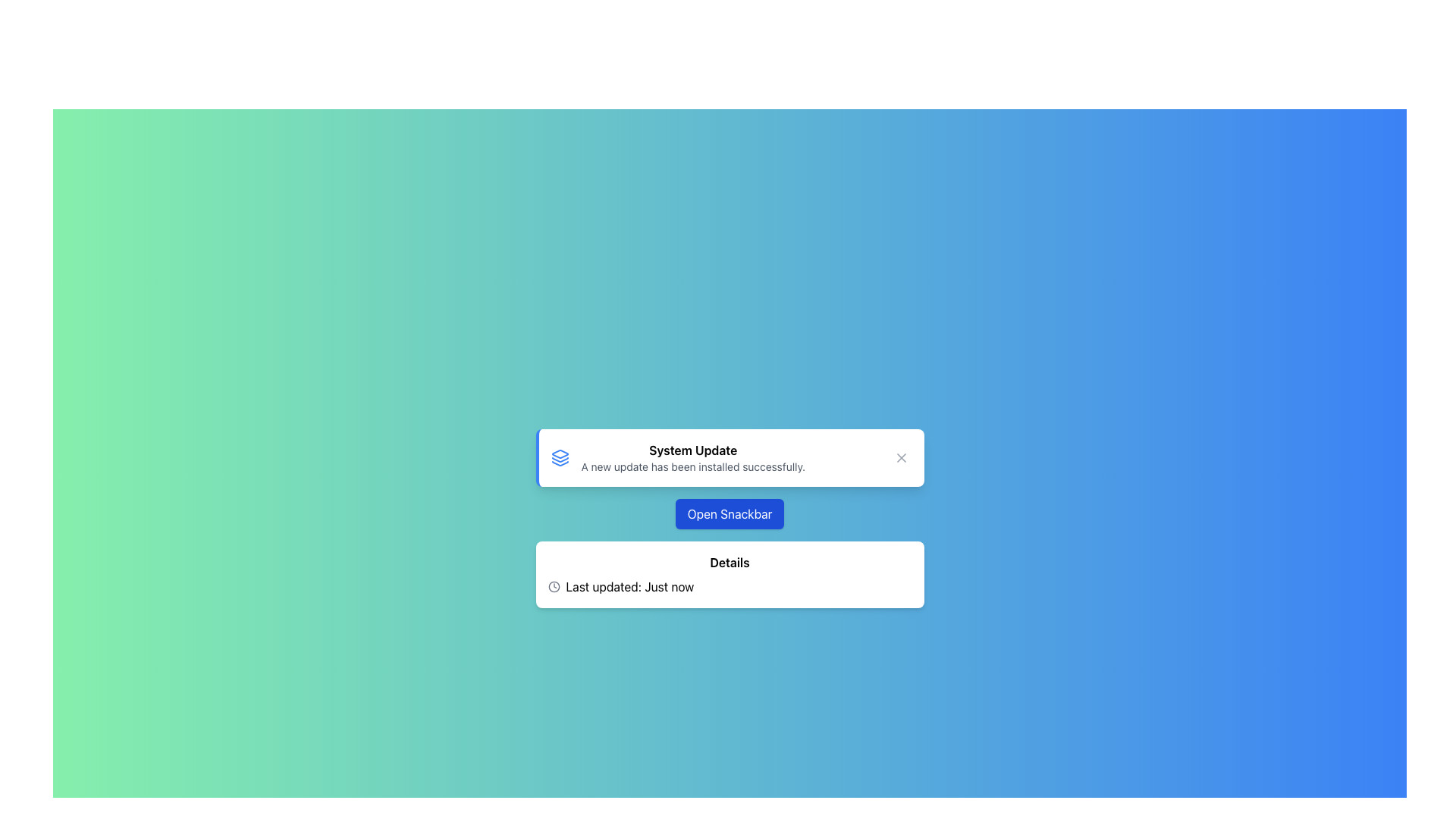 This screenshot has width=1456, height=819. Describe the element at coordinates (692, 466) in the screenshot. I see `the text display that reads 'A new update has been installed successfully.', located just below the heading 'System Update' in the notification box` at that location.